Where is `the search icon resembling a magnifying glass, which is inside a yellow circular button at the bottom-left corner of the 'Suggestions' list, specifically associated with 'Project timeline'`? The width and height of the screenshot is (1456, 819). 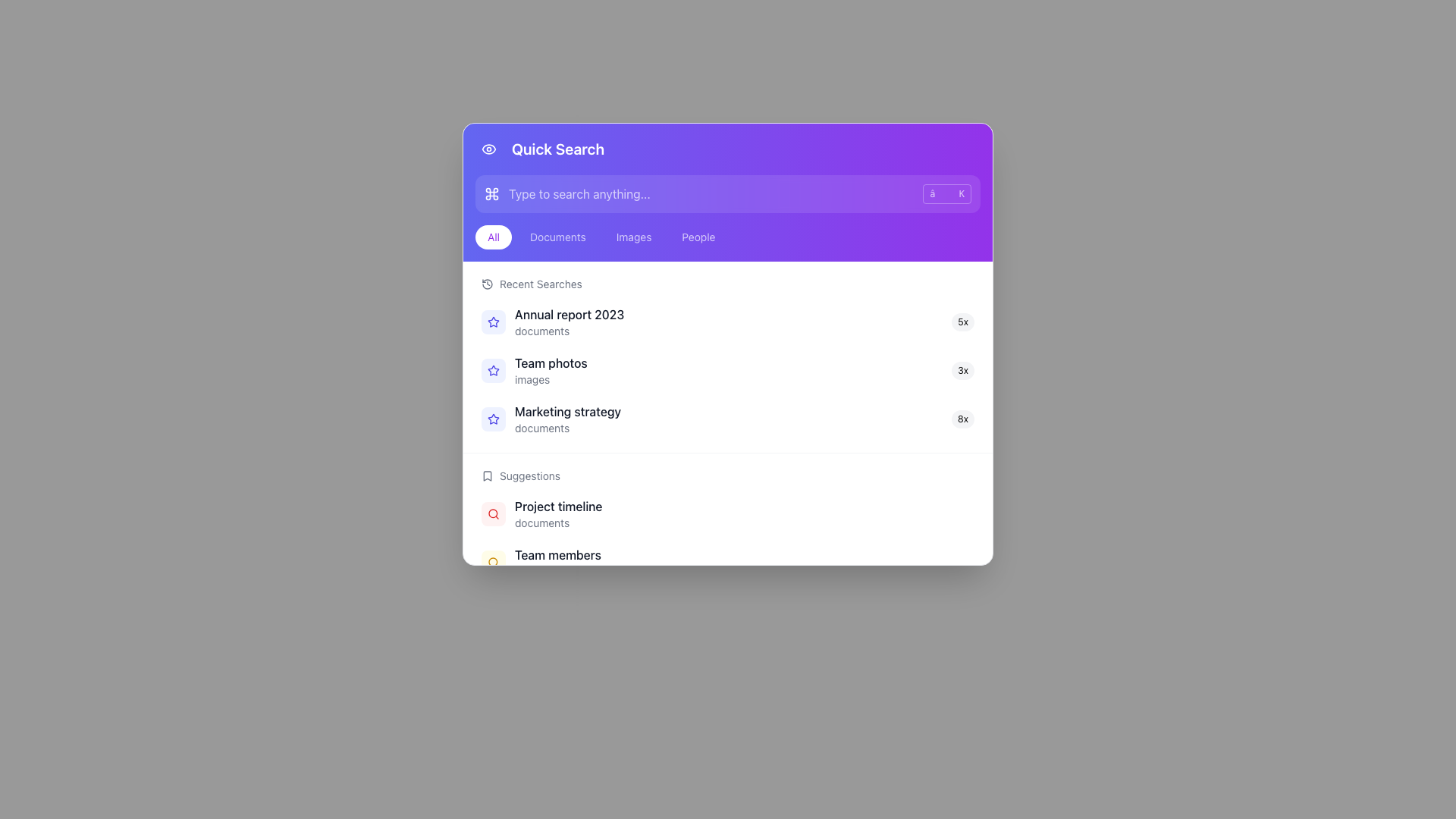
the search icon resembling a magnifying glass, which is inside a yellow circular button at the bottom-left corner of the 'Suggestions' list, specifically associated with 'Project timeline' is located at coordinates (494, 562).